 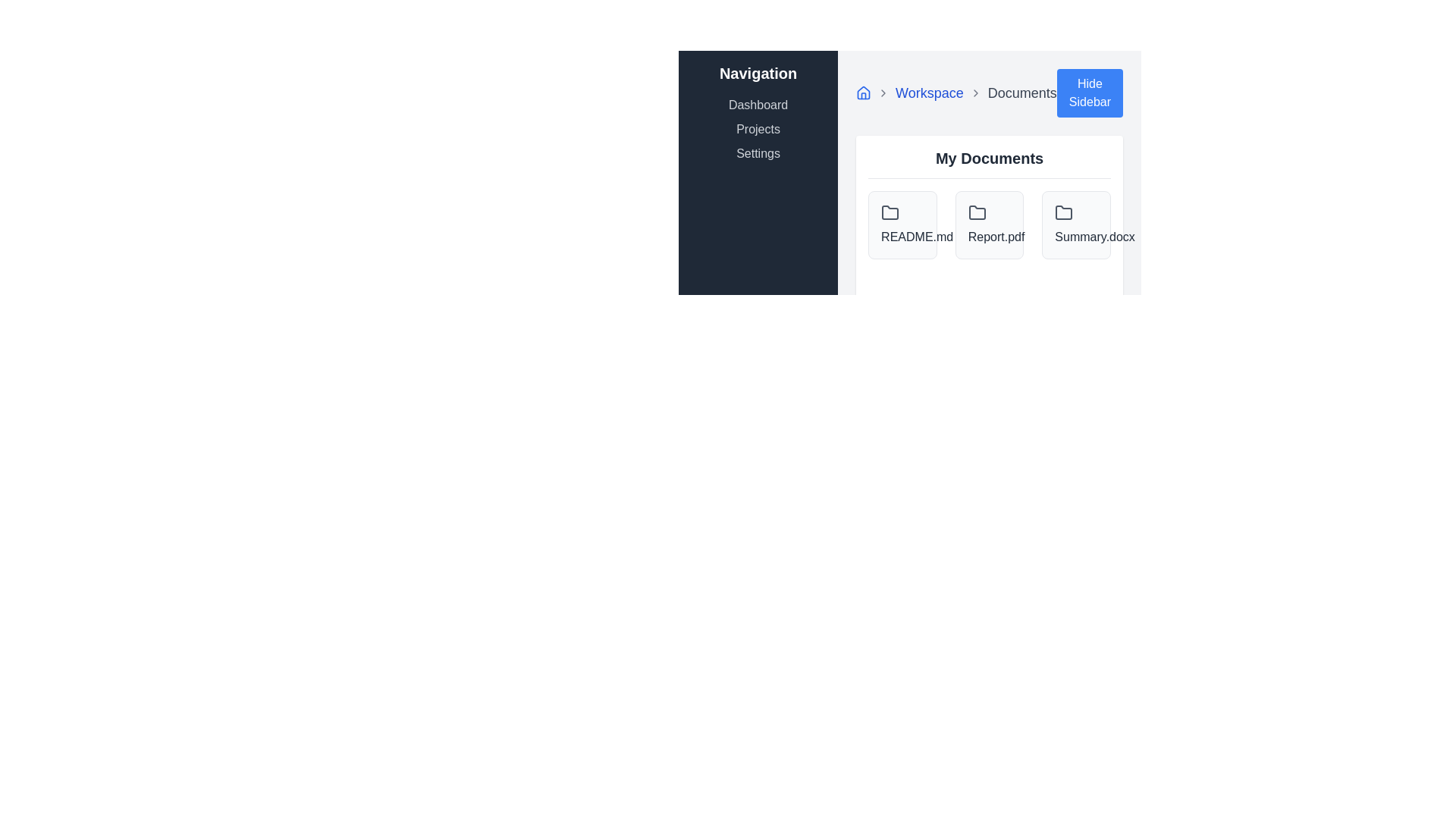 I want to click on the 'Settings' text label in the vertical navigation bar to trigger the hover effect, so click(x=758, y=154).